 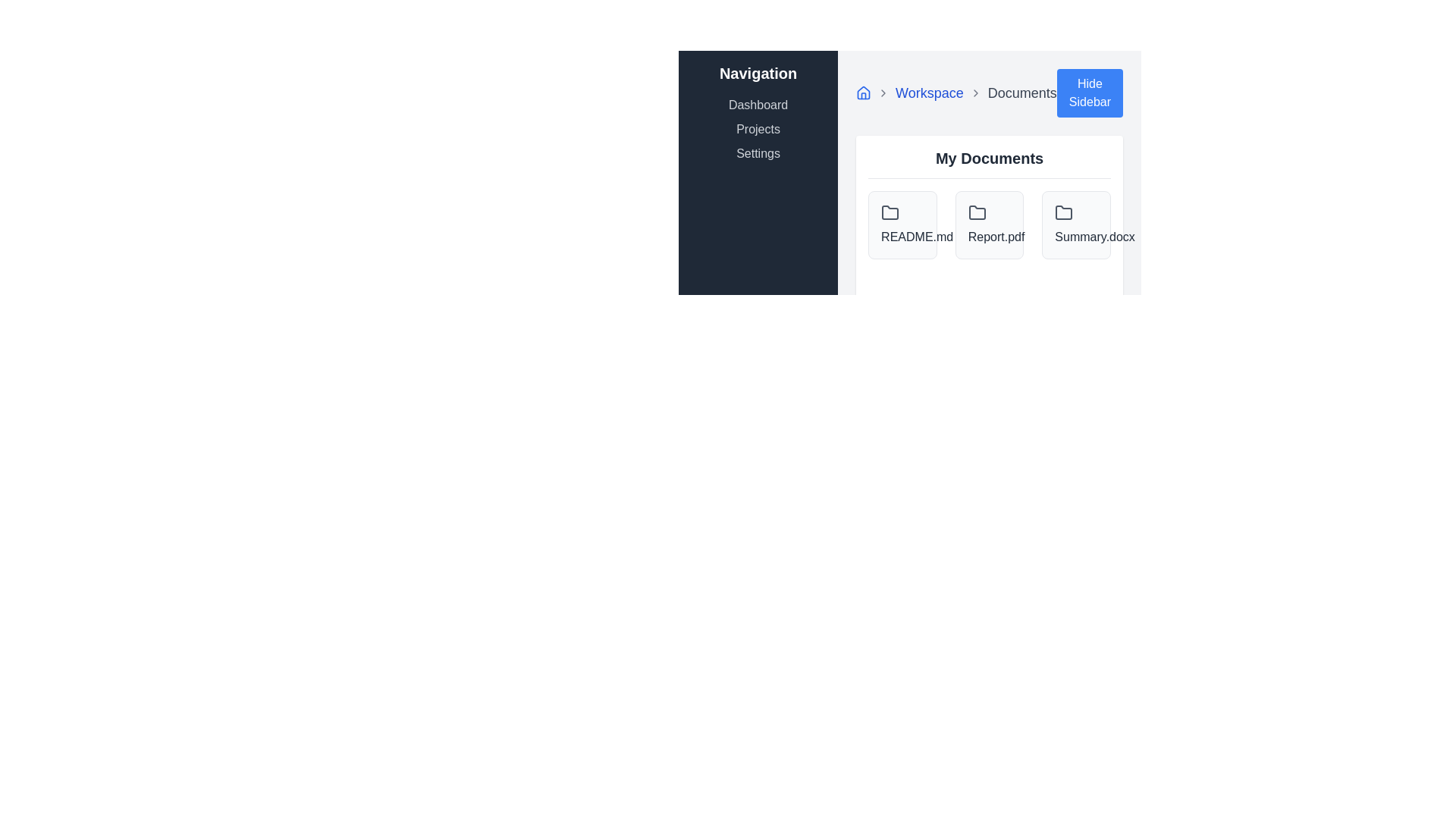 I want to click on the 'Settings' text label in the vertical navigation bar to trigger the hover effect, so click(x=758, y=154).